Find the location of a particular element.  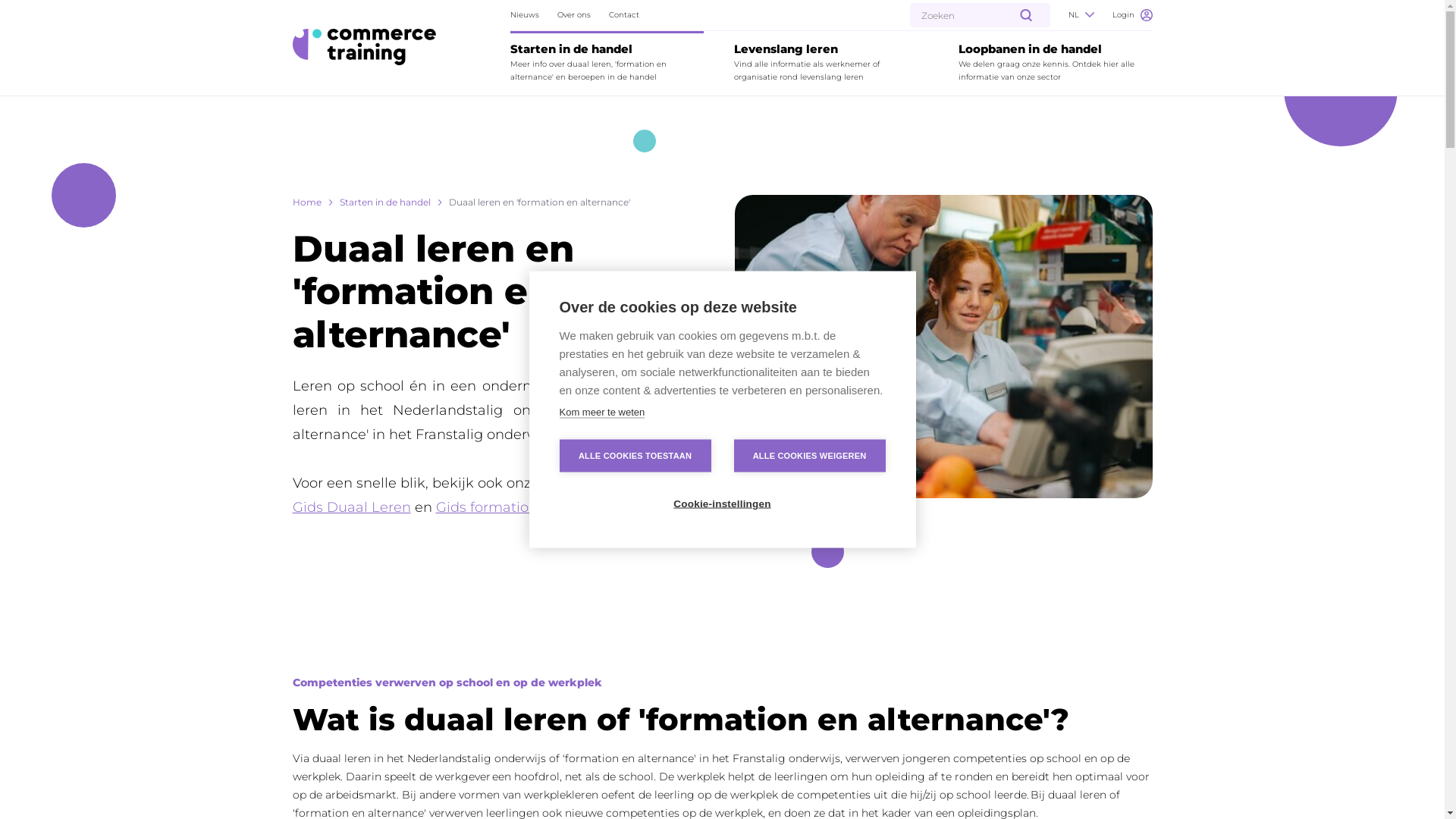

'Over ons' is located at coordinates (573, 14).